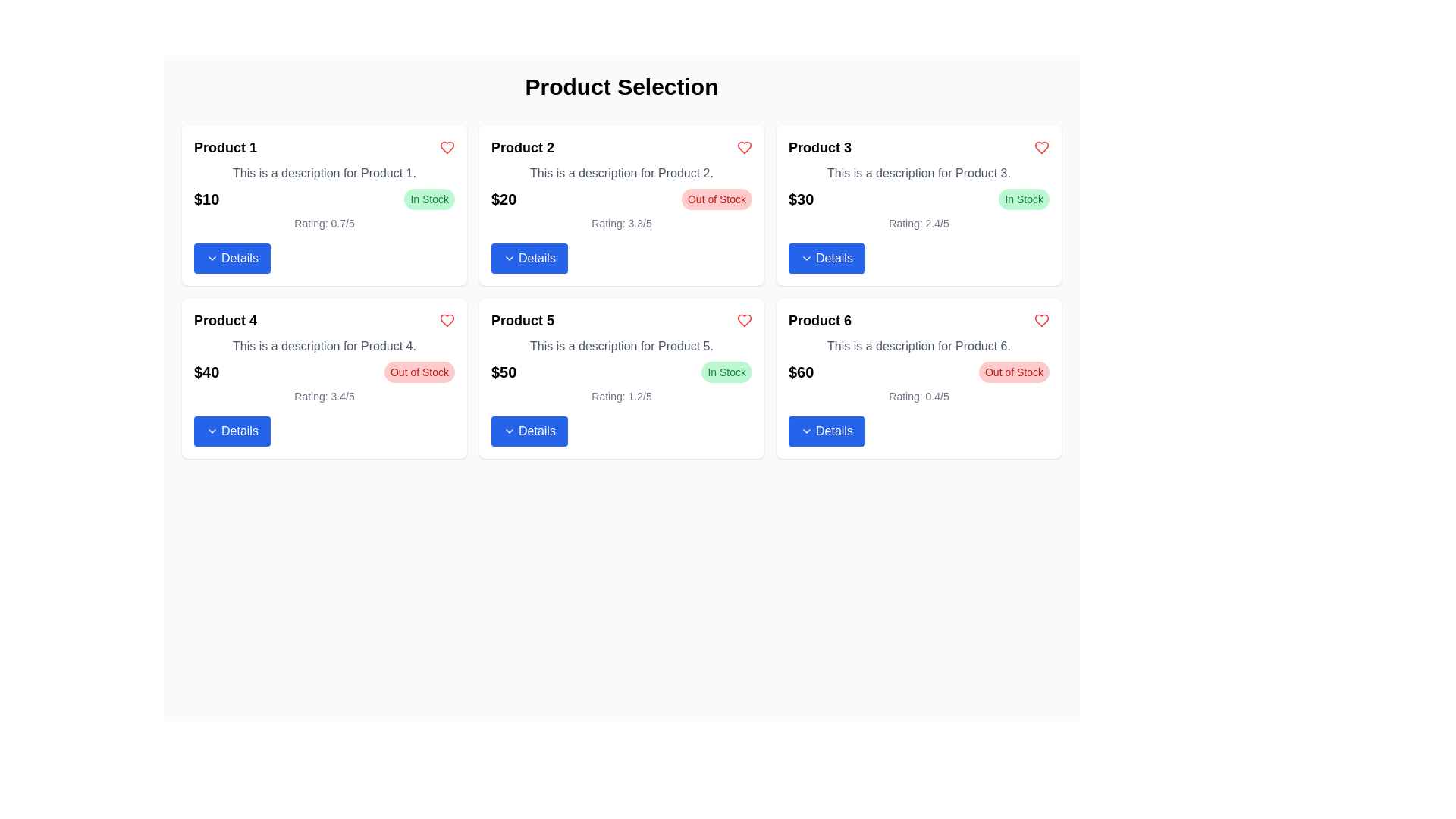  I want to click on the button located at the bottom of the card for 'Product 5', so click(529, 431).